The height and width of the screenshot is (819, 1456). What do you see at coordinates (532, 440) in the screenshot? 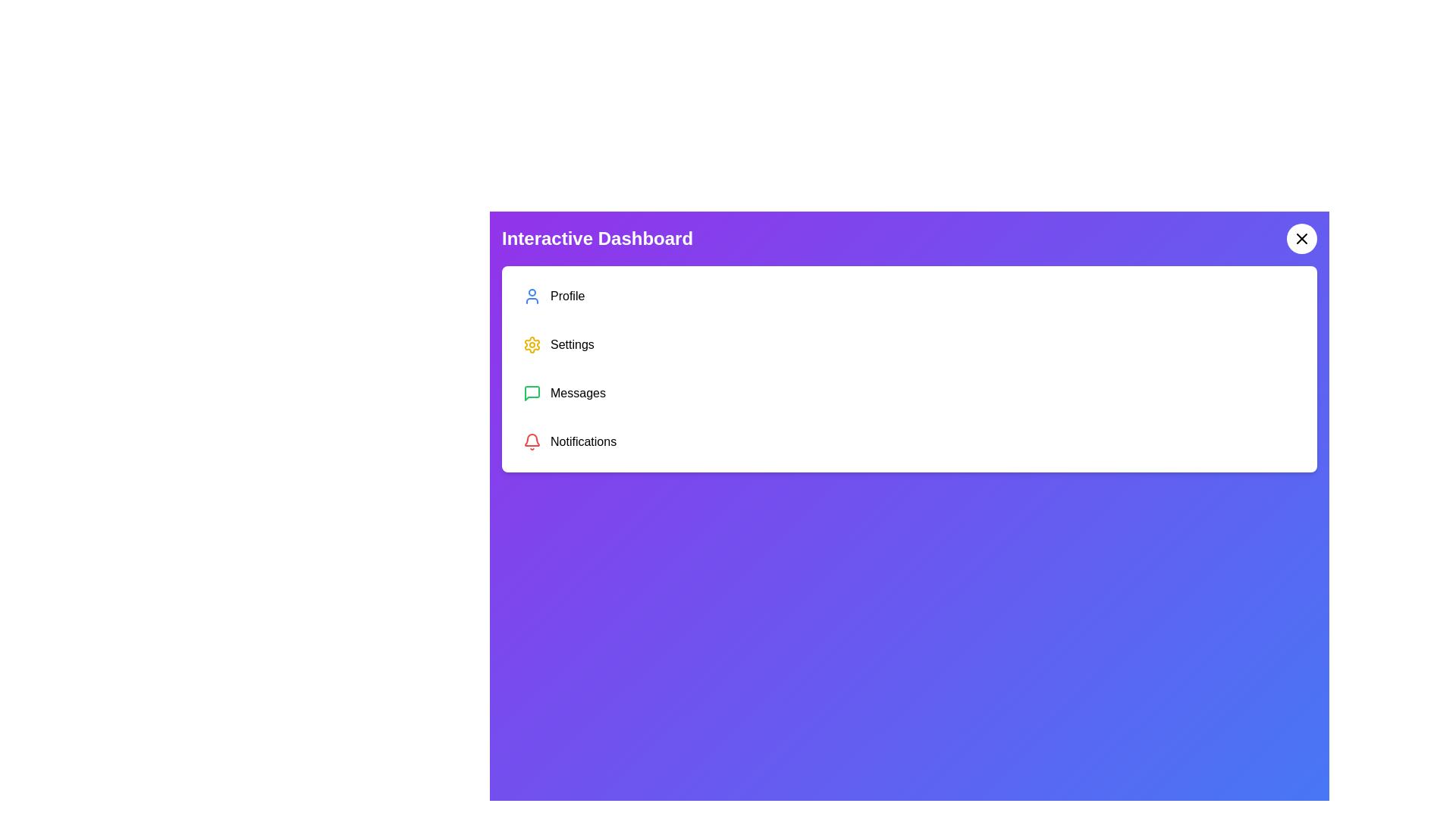
I see `the bell icon located in the notifications row adjacent to the text 'Notifications'` at bounding box center [532, 440].